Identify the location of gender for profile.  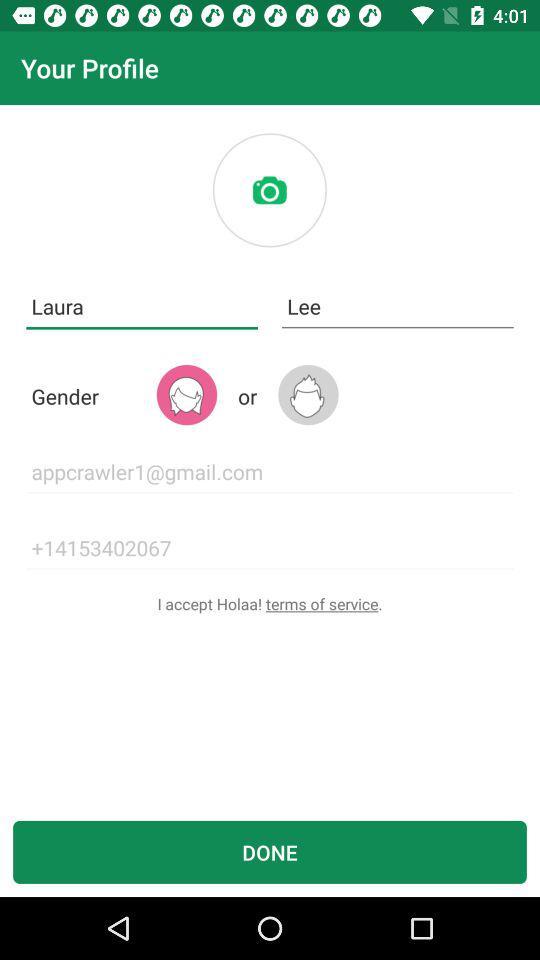
(186, 394).